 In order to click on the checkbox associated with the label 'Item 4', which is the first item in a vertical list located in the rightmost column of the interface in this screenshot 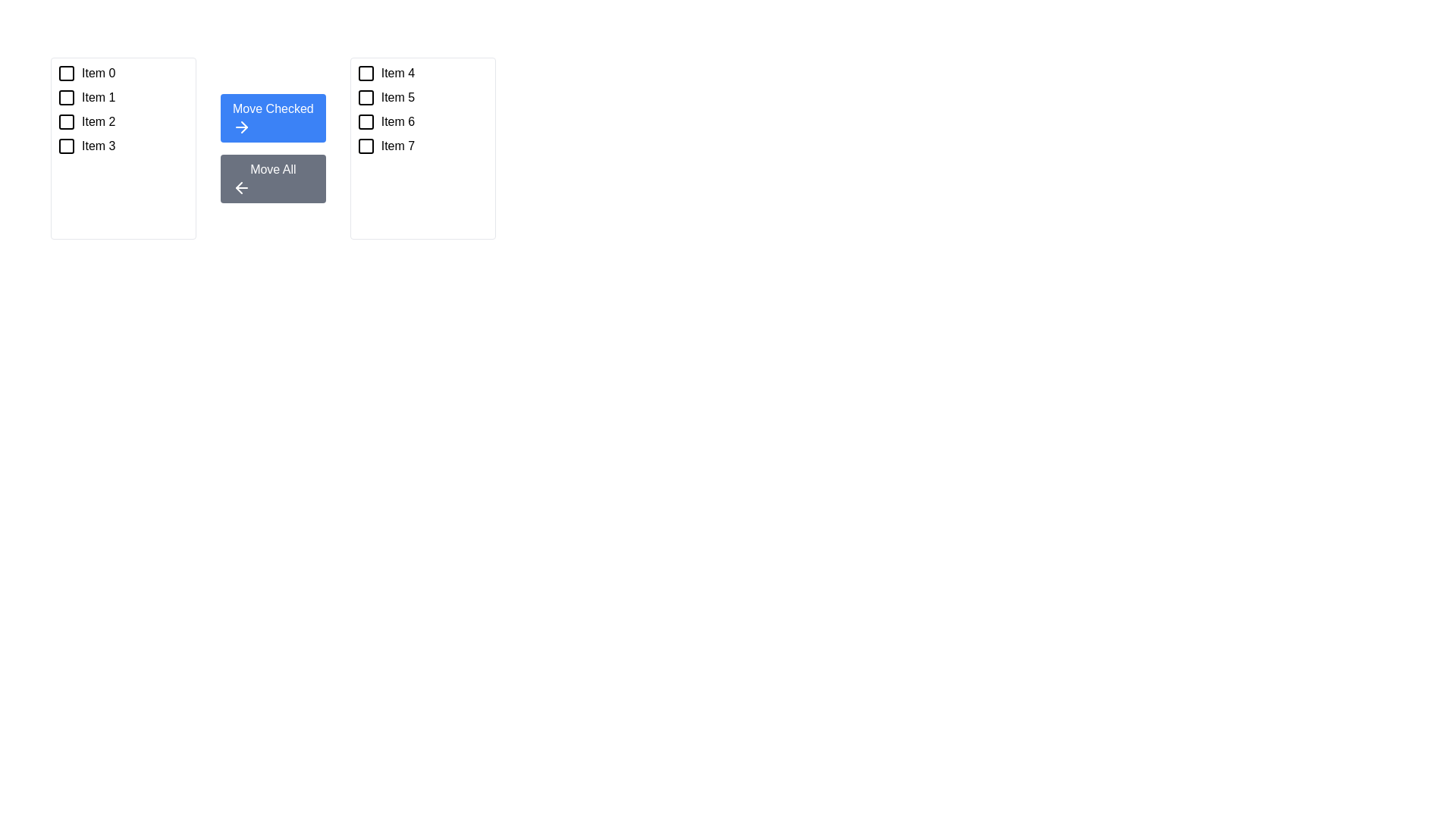, I will do `click(397, 73)`.